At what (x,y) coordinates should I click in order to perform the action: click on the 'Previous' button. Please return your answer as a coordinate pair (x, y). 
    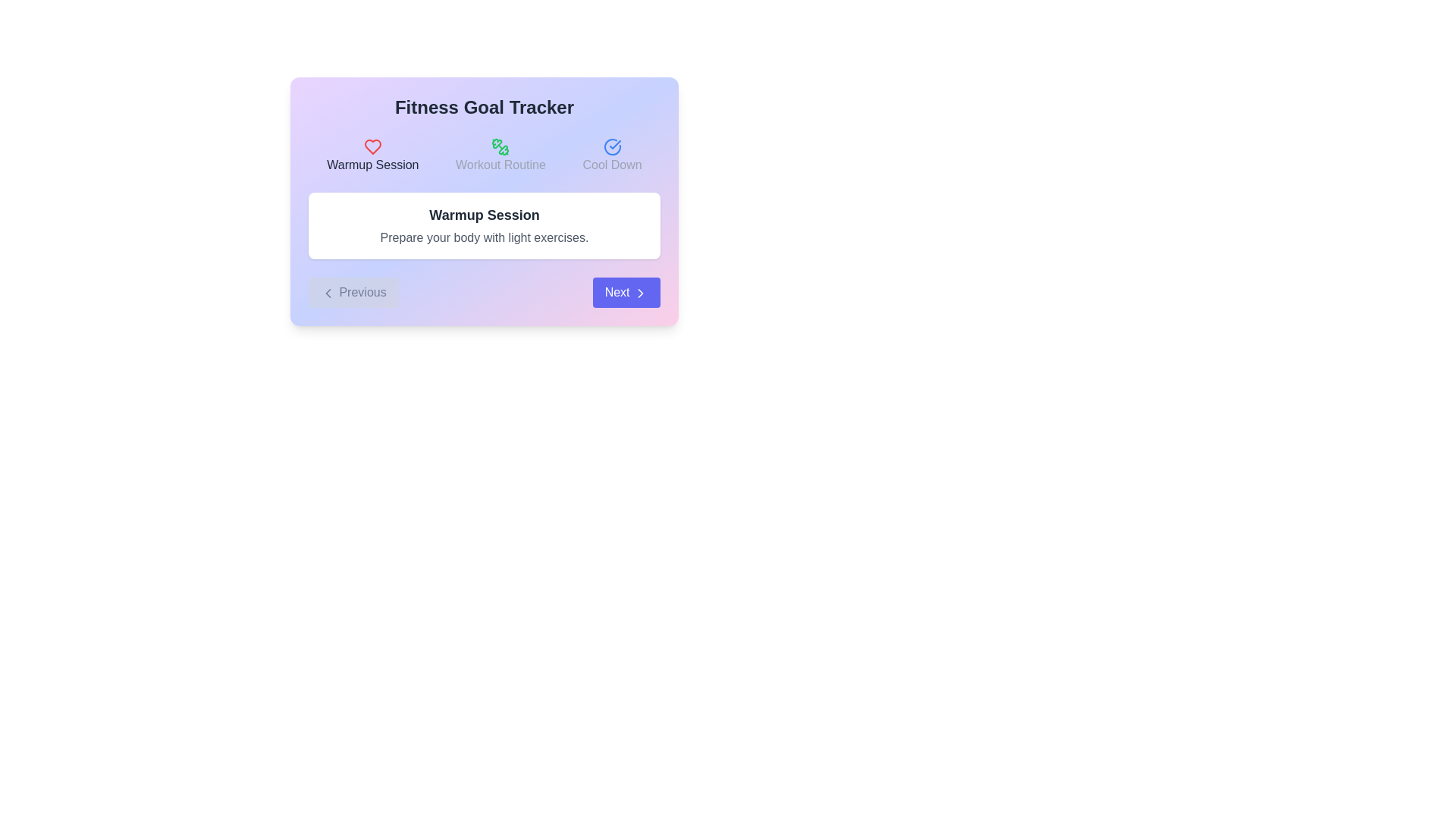
    Looking at the image, I should click on (353, 292).